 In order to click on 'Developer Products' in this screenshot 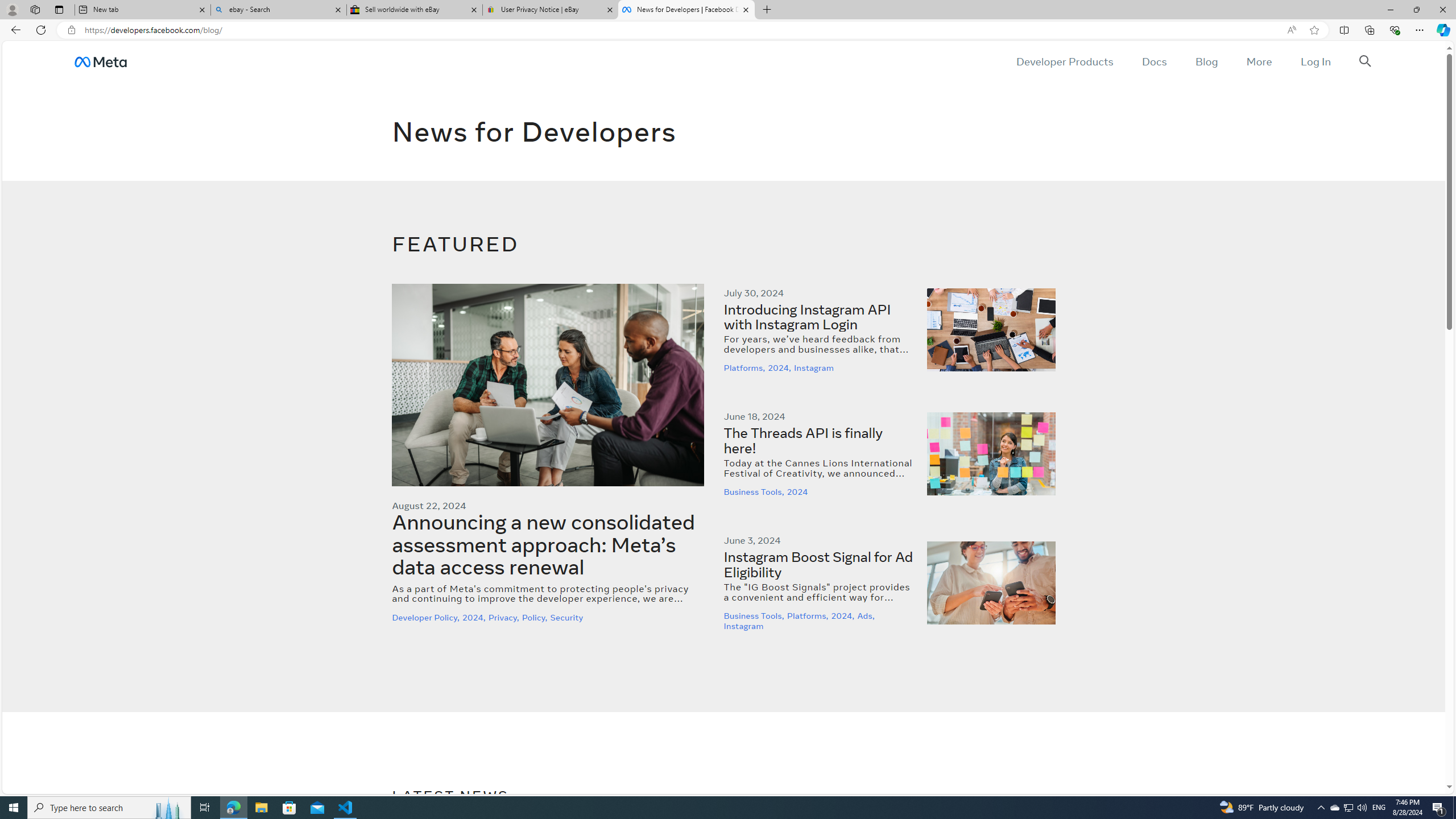, I will do `click(1064, 61)`.